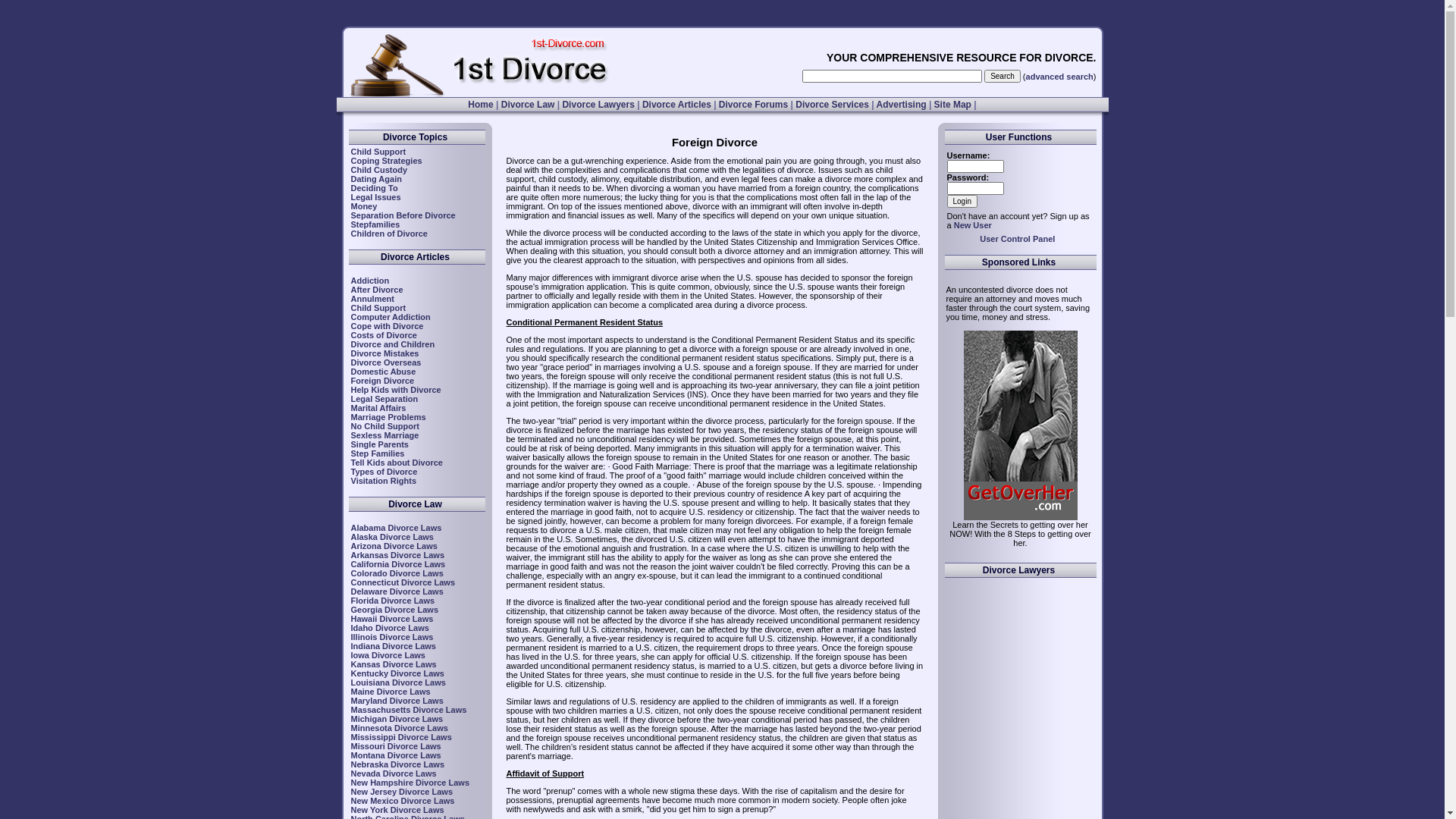 The width and height of the screenshot is (1456, 819). What do you see at coordinates (401, 791) in the screenshot?
I see `'New Jersey Divorce Laws'` at bounding box center [401, 791].